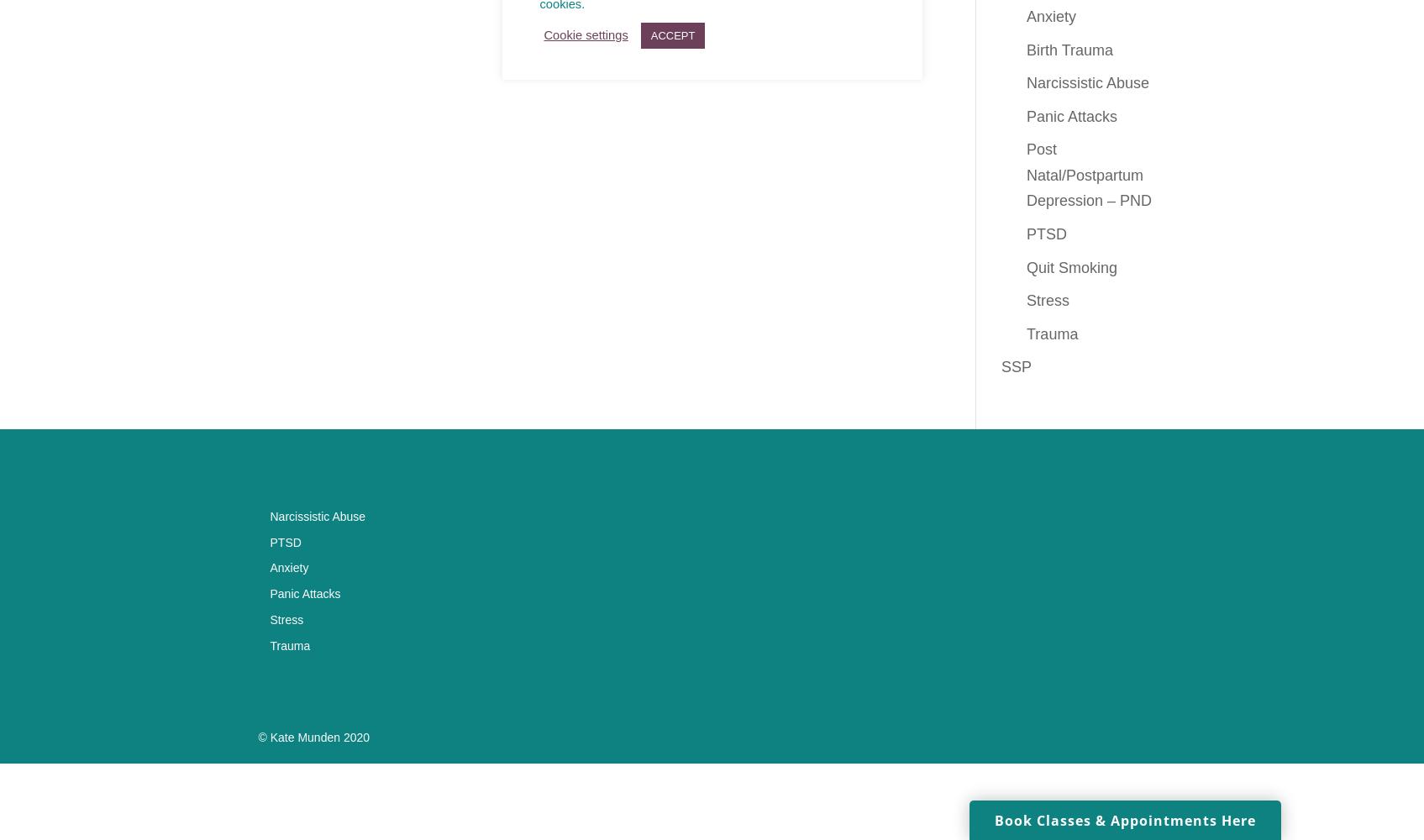 This screenshot has width=1424, height=840. What do you see at coordinates (313, 738) in the screenshot?
I see `'© Kate Munden 2020'` at bounding box center [313, 738].